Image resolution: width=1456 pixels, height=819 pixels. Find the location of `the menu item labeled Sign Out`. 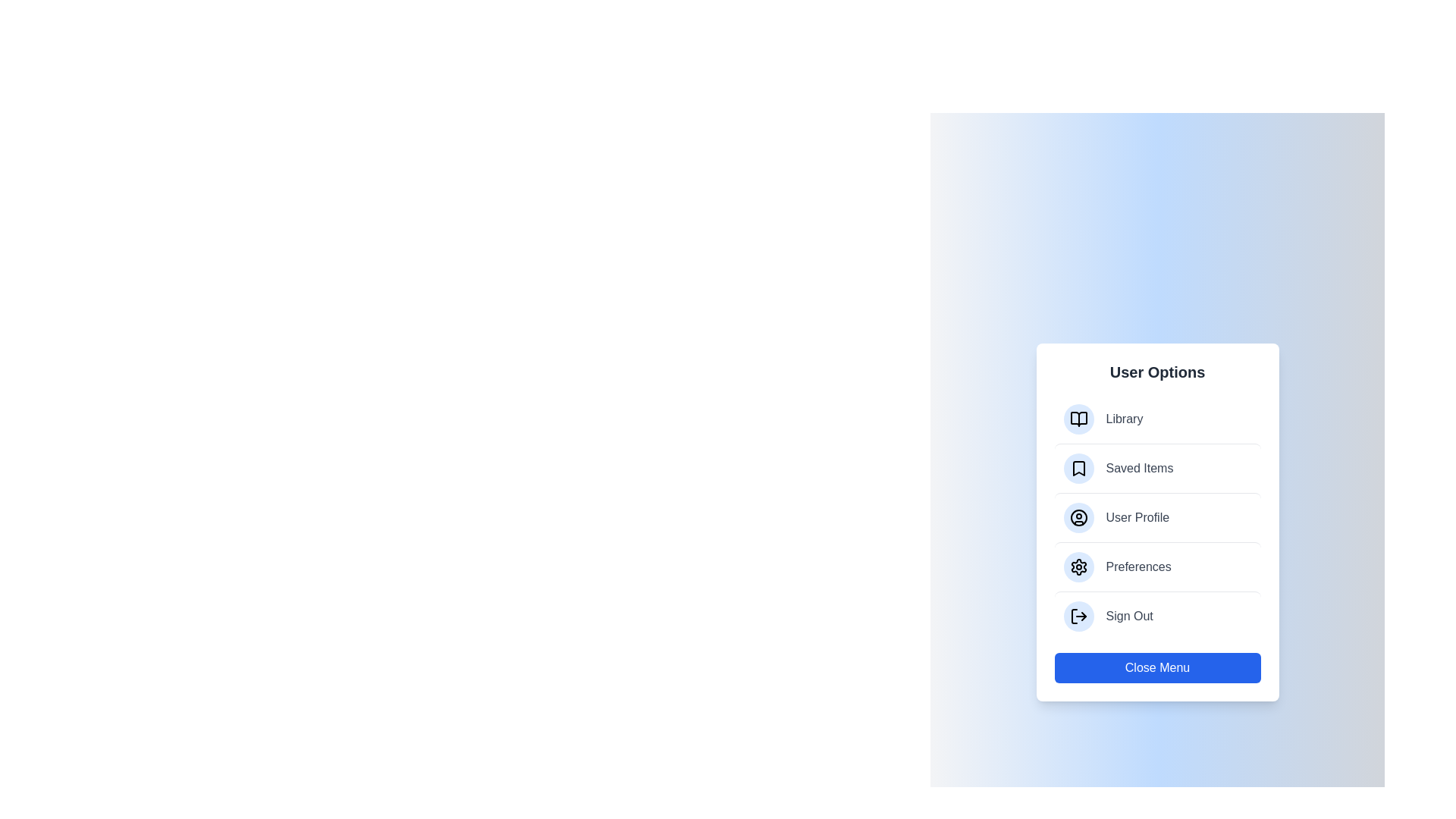

the menu item labeled Sign Out is located at coordinates (1156, 616).